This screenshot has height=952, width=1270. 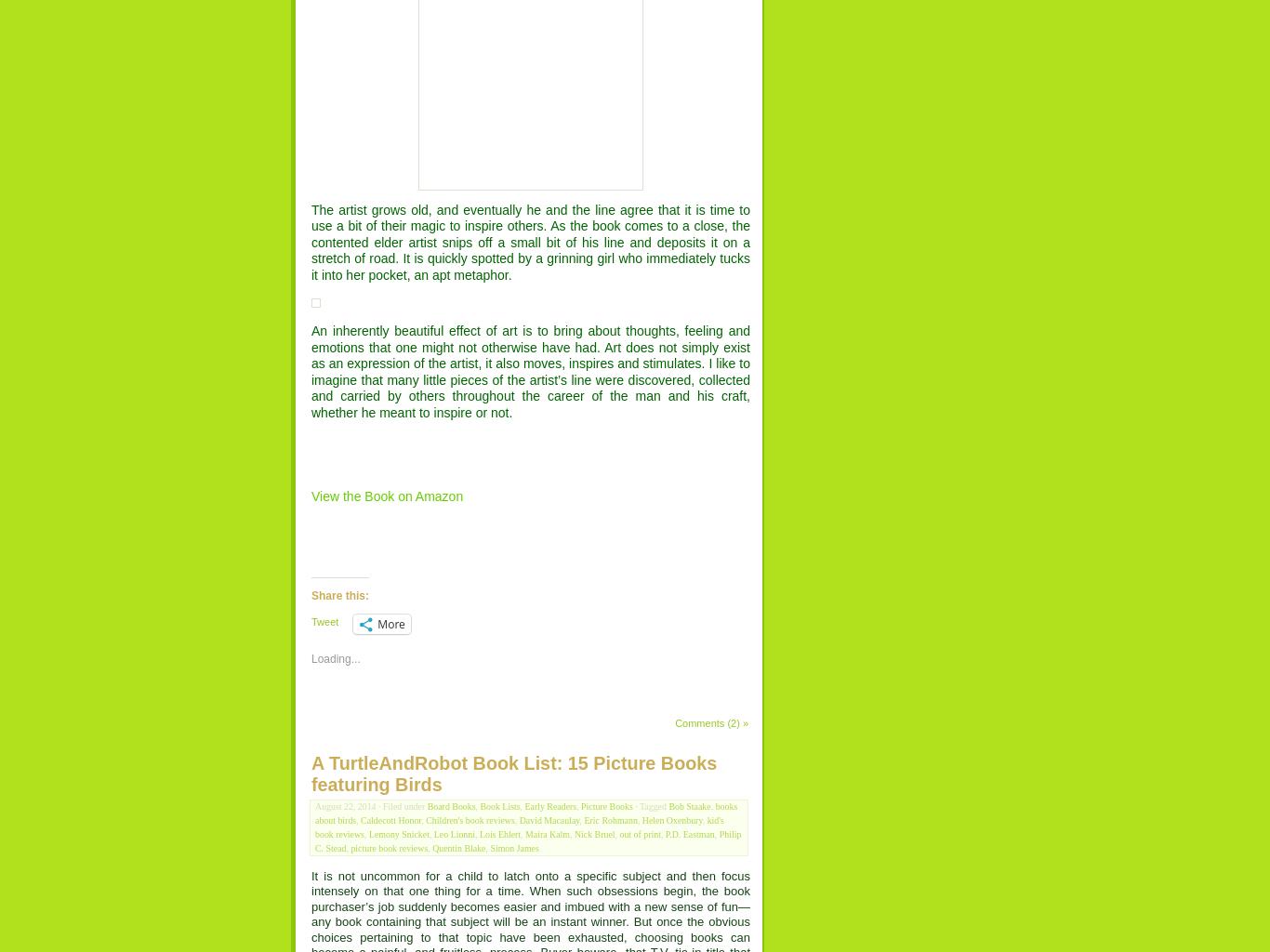 What do you see at coordinates (499, 806) in the screenshot?
I see `'Book Lists'` at bounding box center [499, 806].